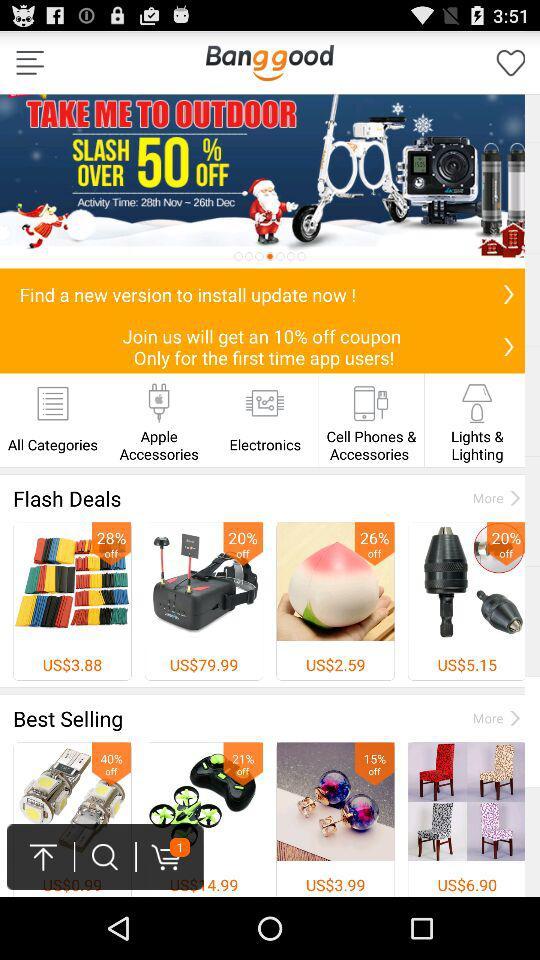 Image resolution: width=540 pixels, height=960 pixels. Describe the element at coordinates (511, 62) in the screenshot. I see `this page` at that location.